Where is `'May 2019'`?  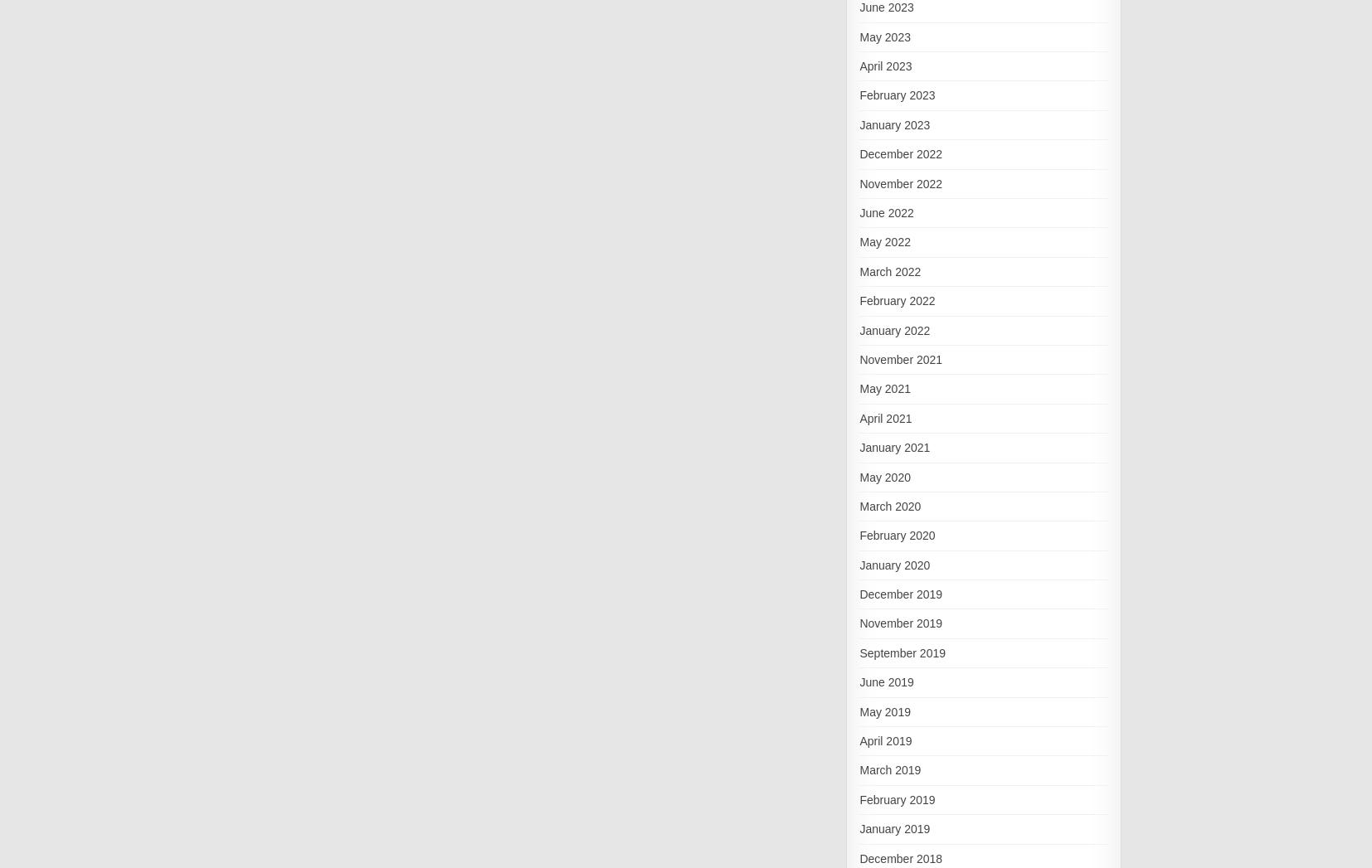 'May 2019' is located at coordinates (859, 710).